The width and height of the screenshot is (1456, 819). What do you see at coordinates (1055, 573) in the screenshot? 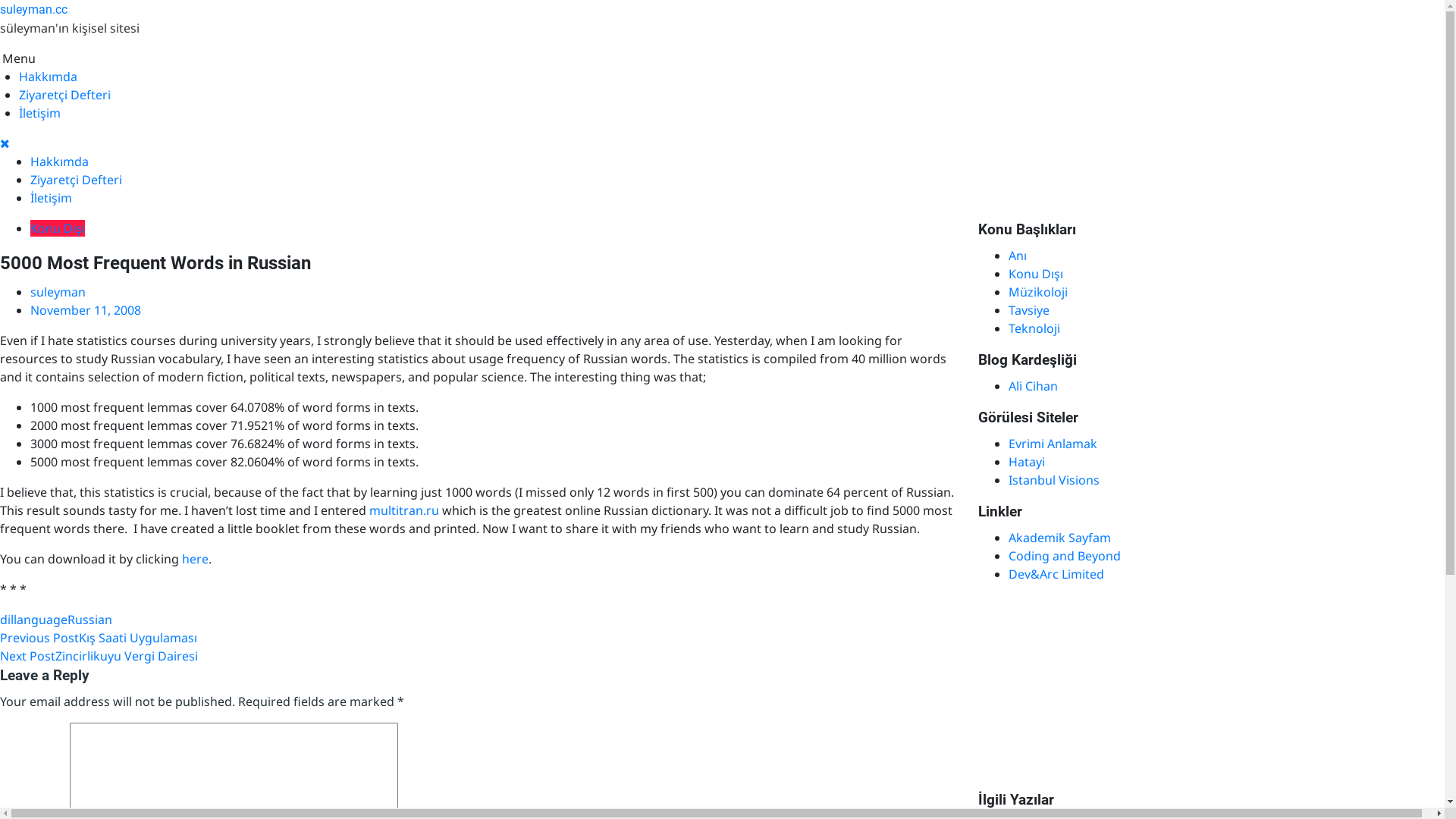
I see `'Dev&Arc Limited'` at bounding box center [1055, 573].